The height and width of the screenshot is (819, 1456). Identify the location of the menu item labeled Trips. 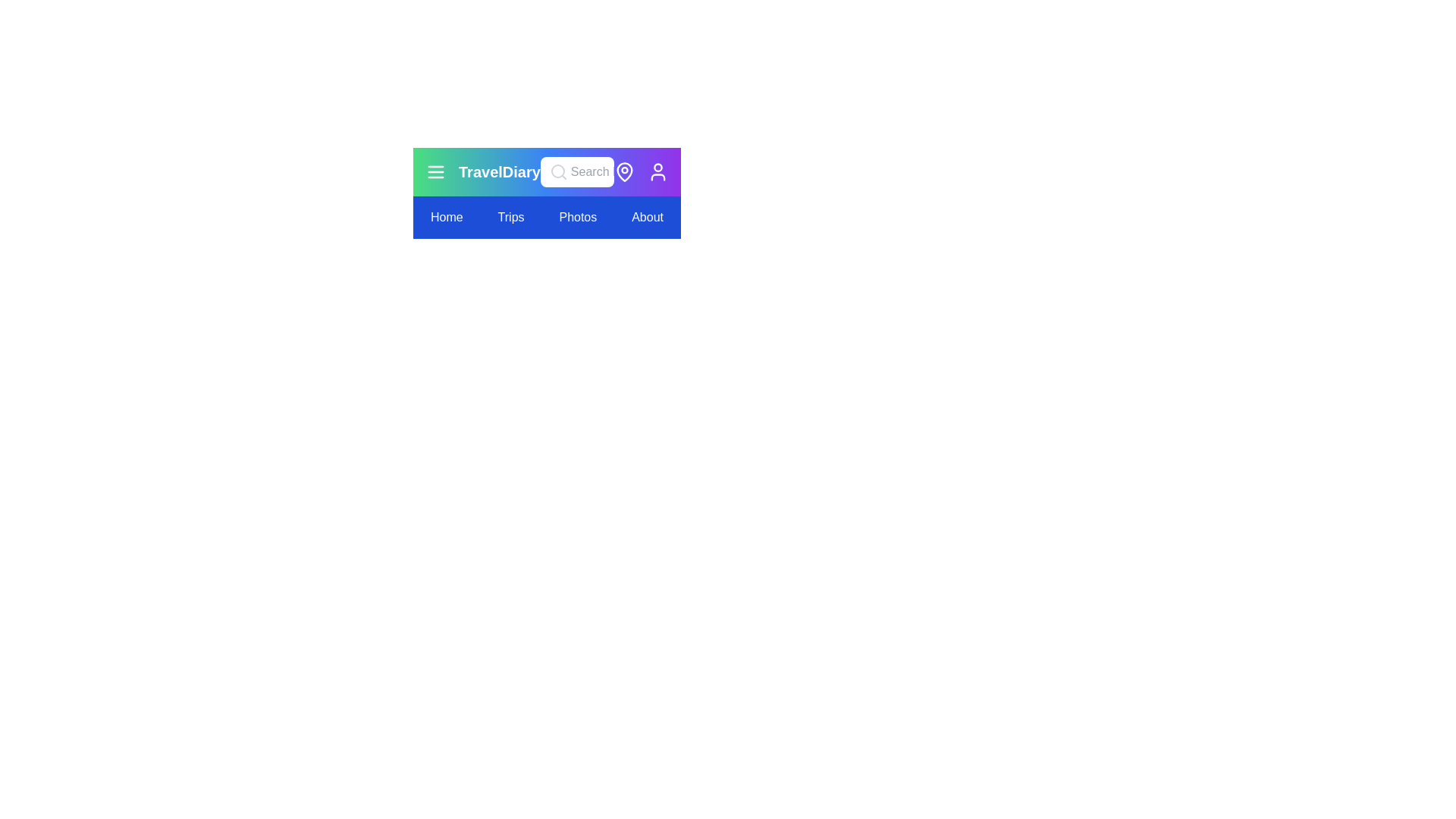
(510, 217).